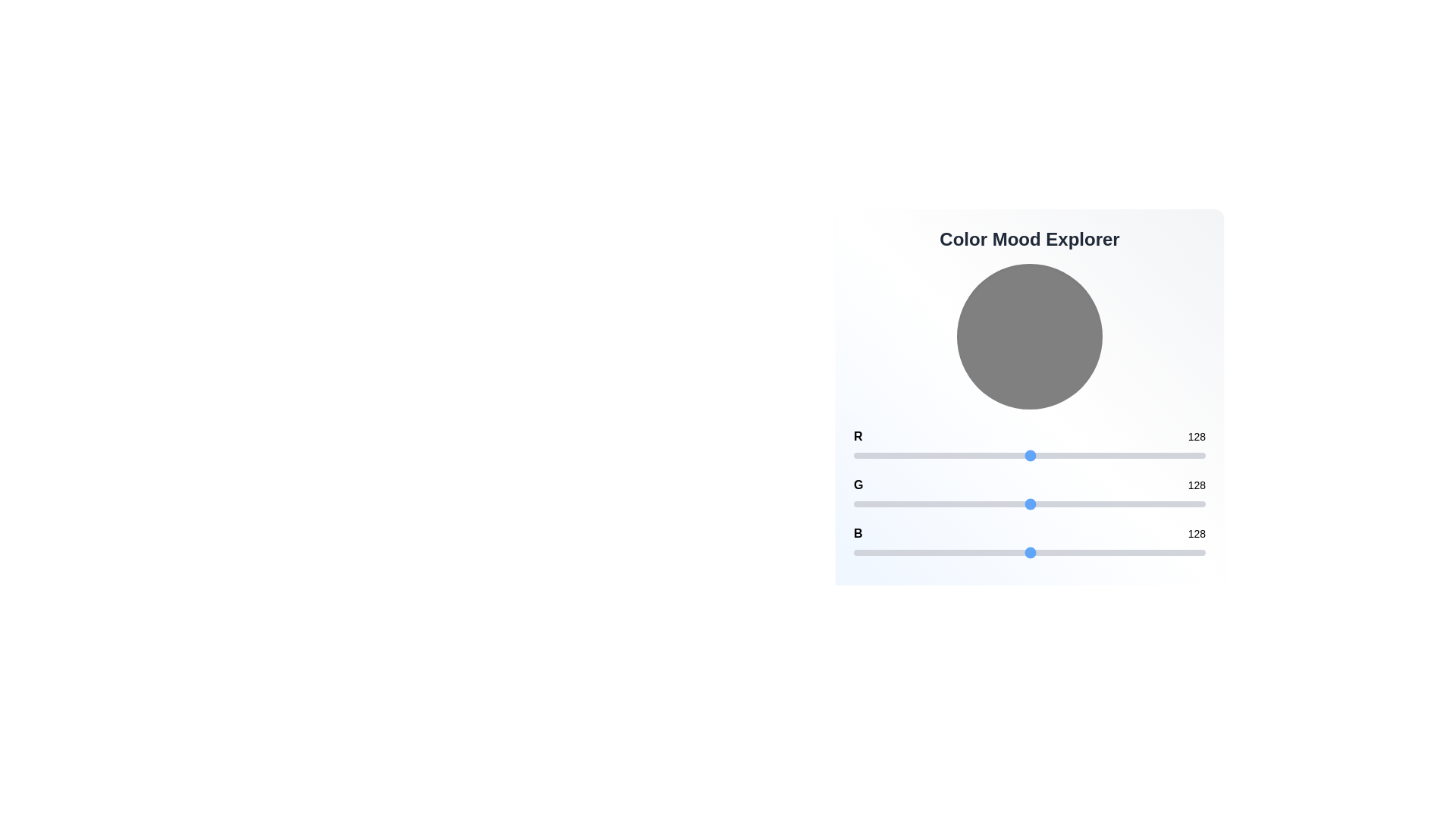  Describe the element at coordinates (1180, 504) in the screenshot. I see `the 1 slider to set its value to 237` at that location.